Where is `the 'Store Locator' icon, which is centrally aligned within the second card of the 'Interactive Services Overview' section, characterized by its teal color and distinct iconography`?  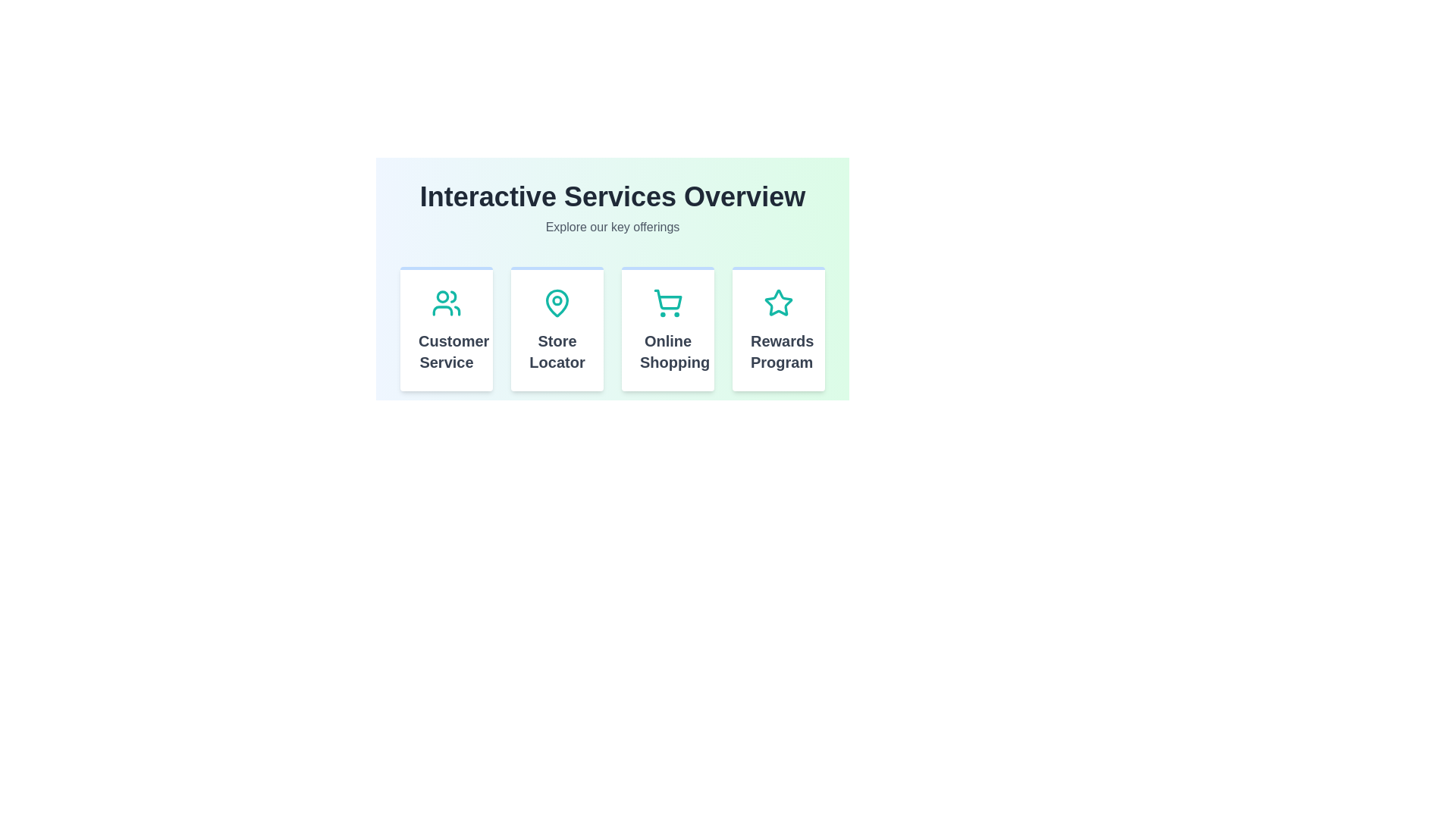 the 'Store Locator' icon, which is centrally aligned within the second card of the 'Interactive Services Overview' section, characterized by its teal color and distinct iconography is located at coordinates (556, 303).